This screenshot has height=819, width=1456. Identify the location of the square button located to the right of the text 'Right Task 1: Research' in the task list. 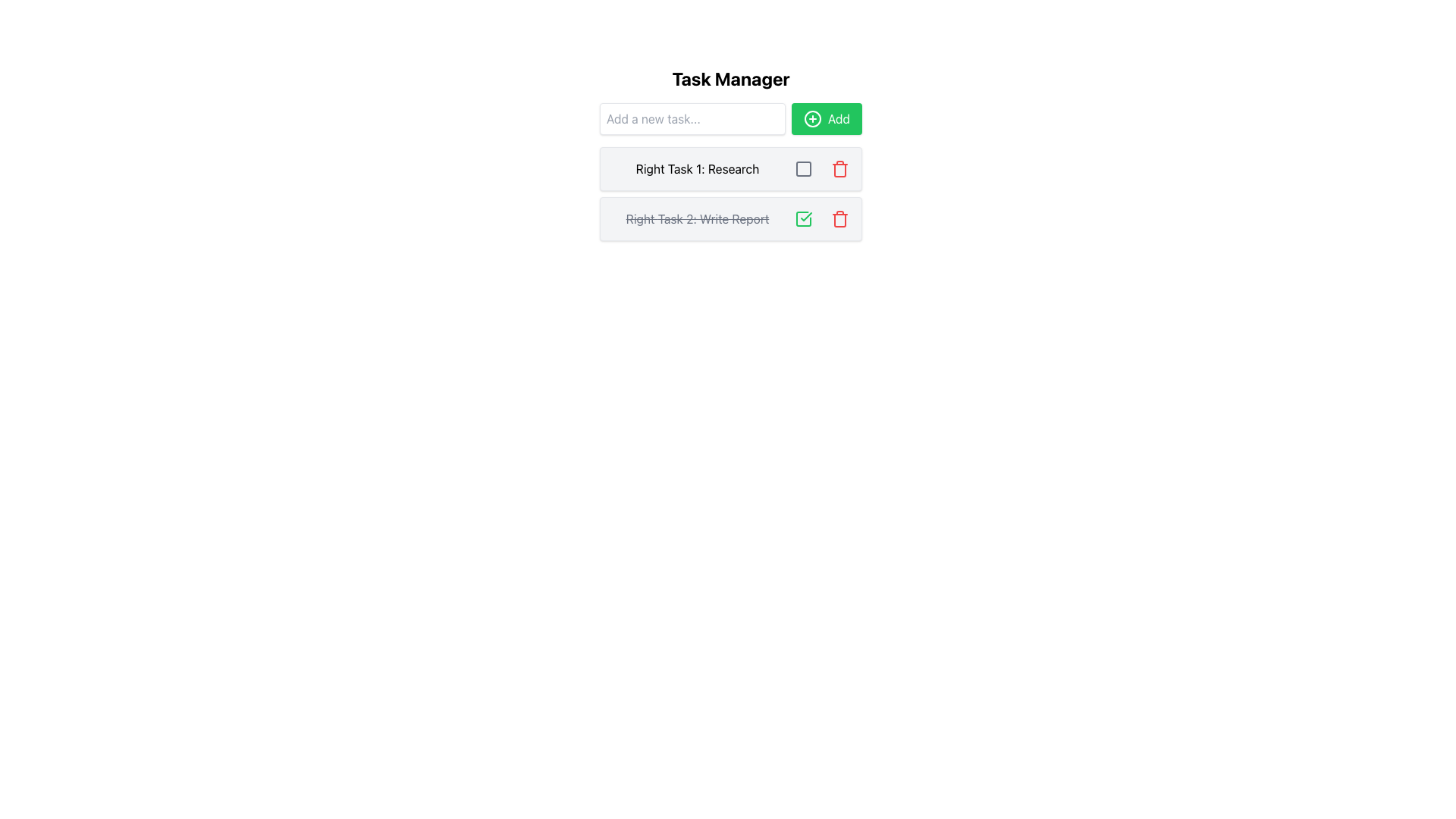
(803, 169).